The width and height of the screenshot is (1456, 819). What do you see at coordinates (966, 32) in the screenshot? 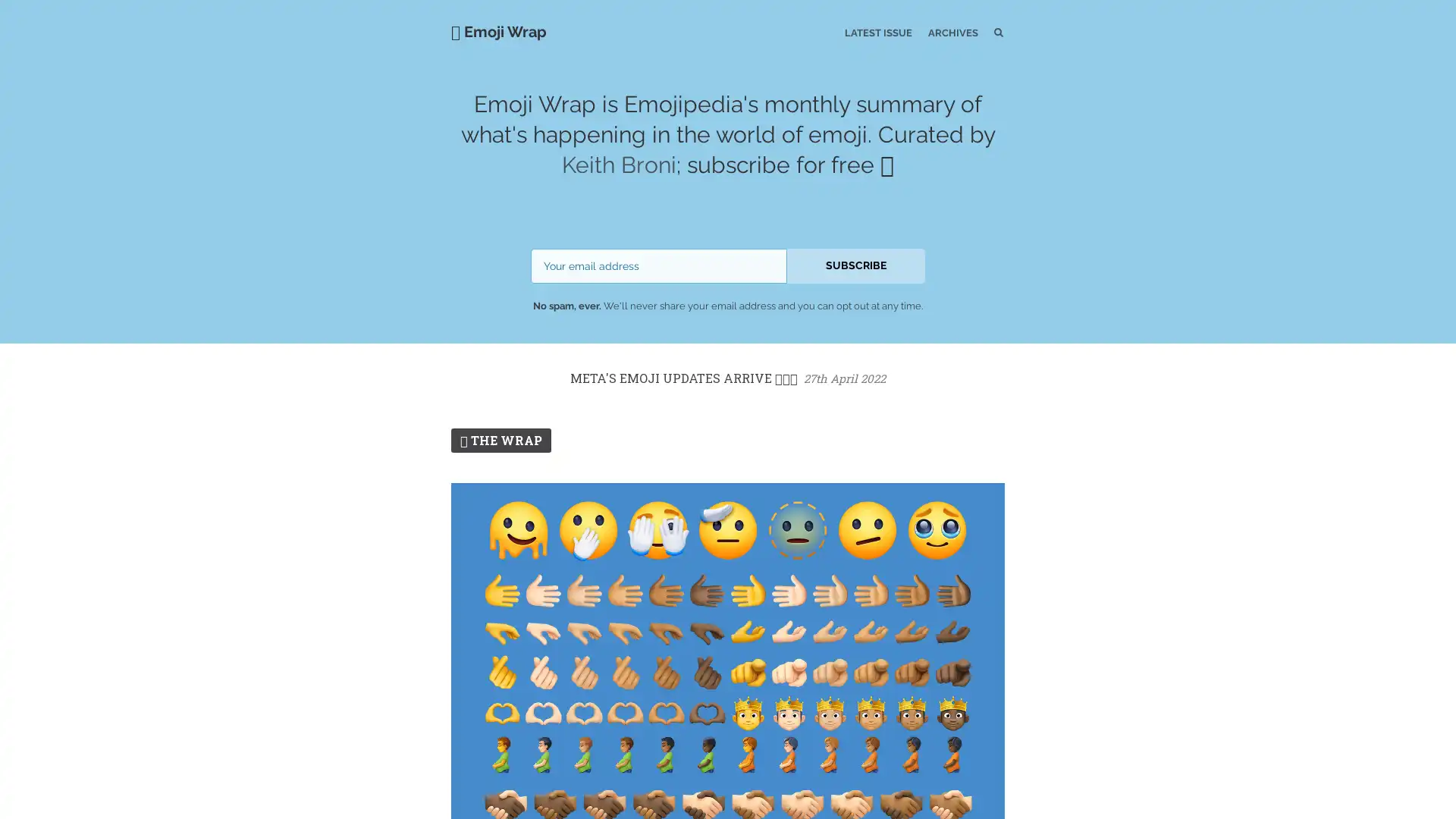
I see `SEARCH` at bounding box center [966, 32].